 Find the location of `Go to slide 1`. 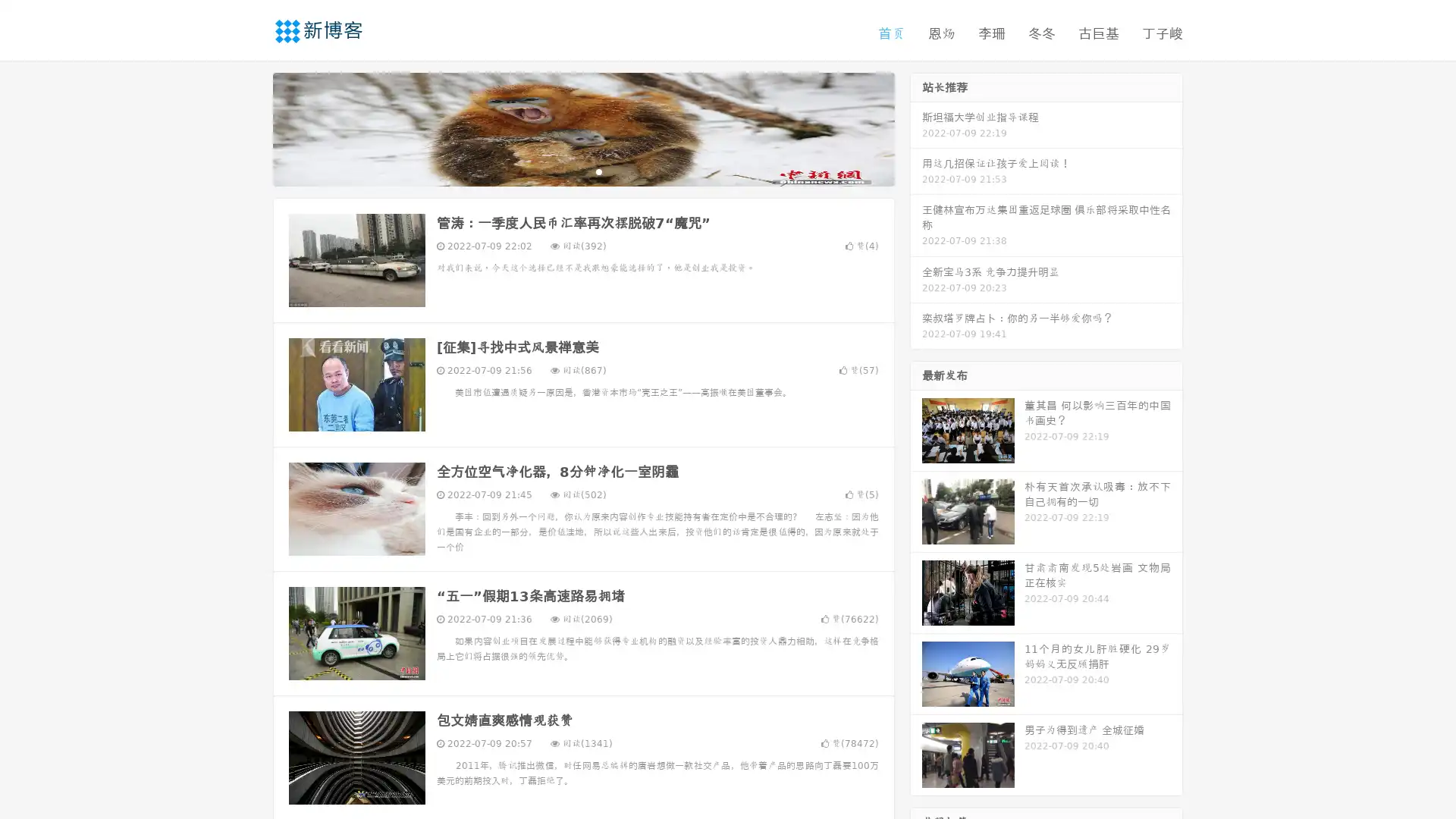

Go to slide 1 is located at coordinates (567, 171).